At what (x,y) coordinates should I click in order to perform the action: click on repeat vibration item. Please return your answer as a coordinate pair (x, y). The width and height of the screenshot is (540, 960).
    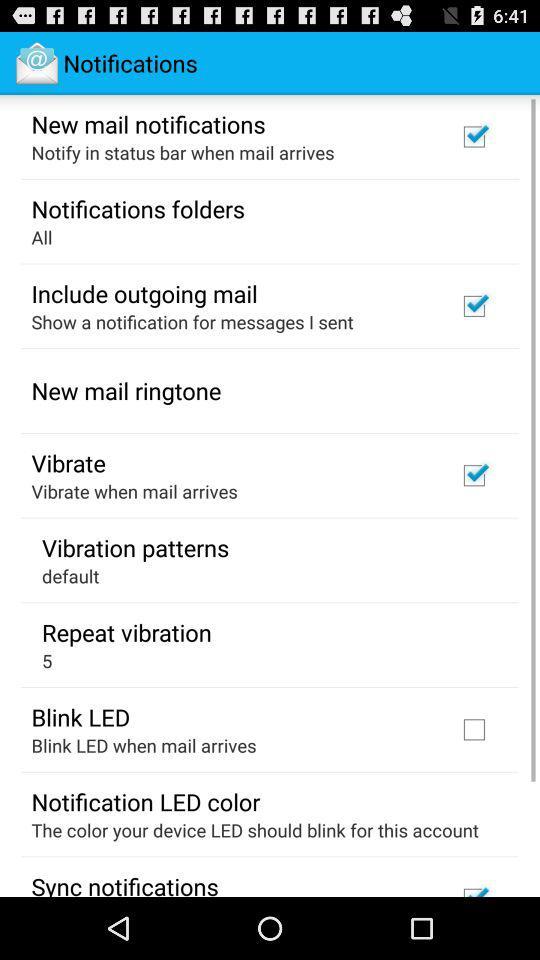
    Looking at the image, I should click on (126, 631).